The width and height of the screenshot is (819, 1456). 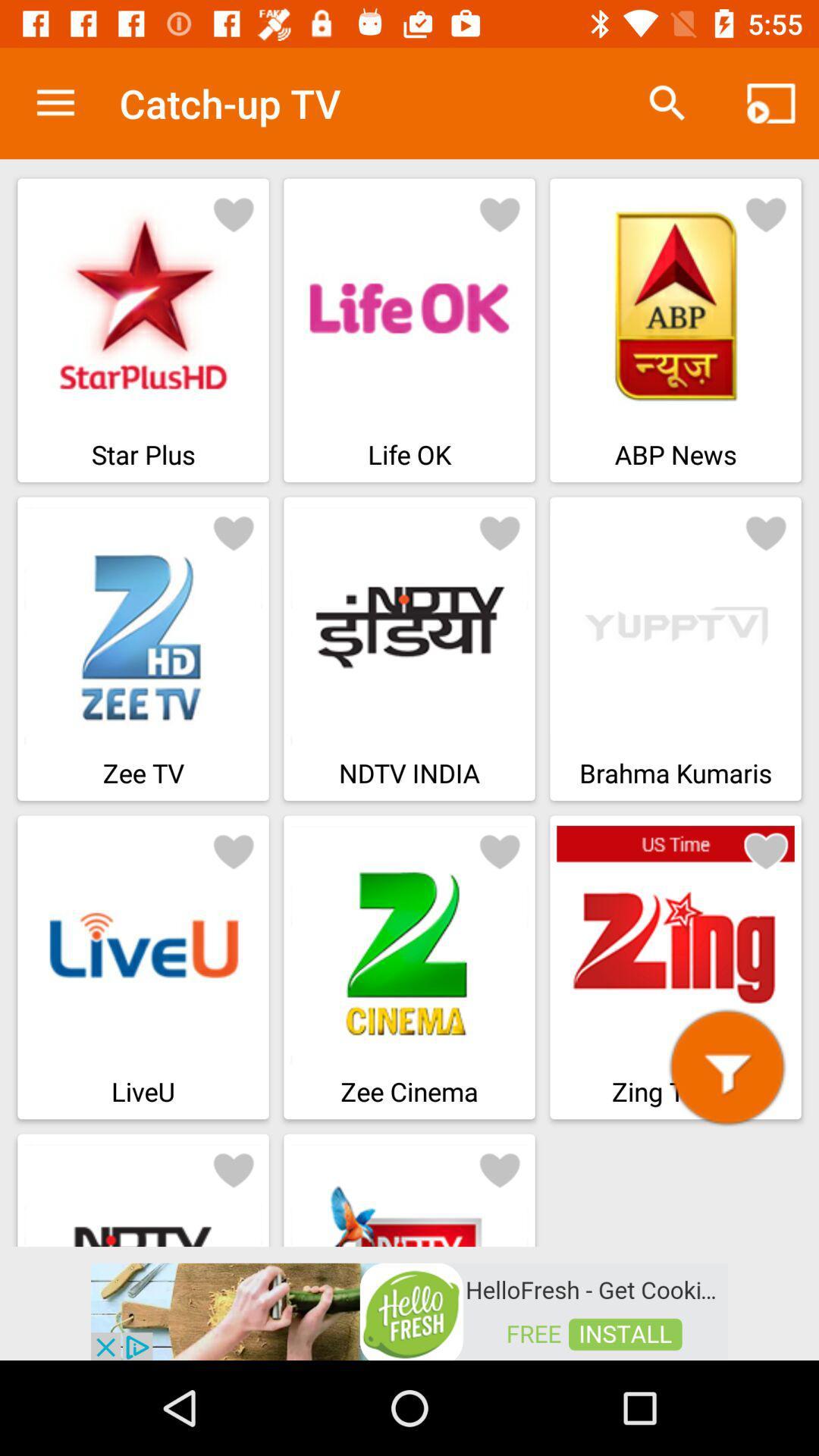 What do you see at coordinates (234, 1168) in the screenshot?
I see `favorite` at bounding box center [234, 1168].